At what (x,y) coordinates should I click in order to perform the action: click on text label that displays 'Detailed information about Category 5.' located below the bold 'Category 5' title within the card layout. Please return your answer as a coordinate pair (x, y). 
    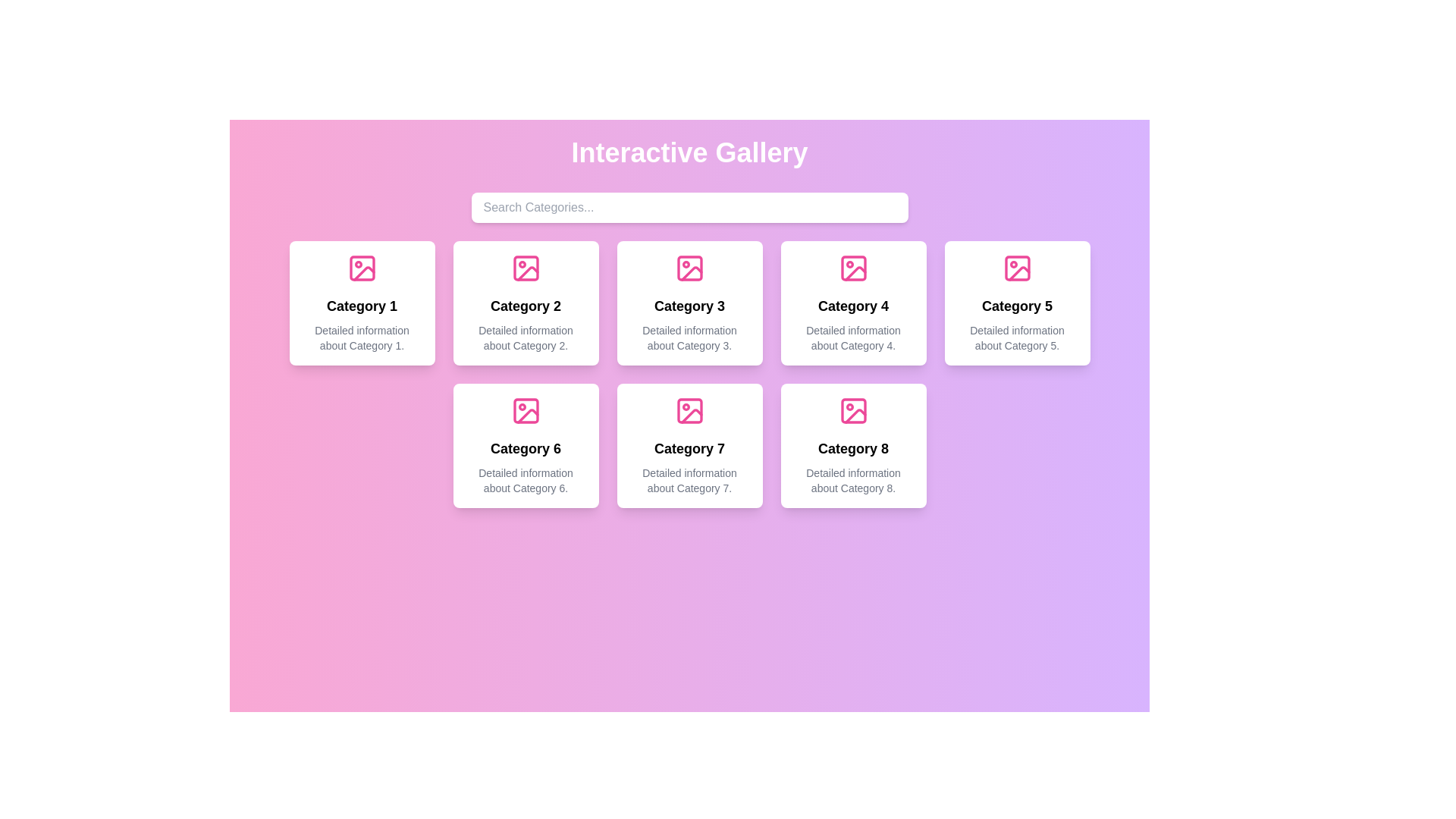
    Looking at the image, I should click on (1017, 337).